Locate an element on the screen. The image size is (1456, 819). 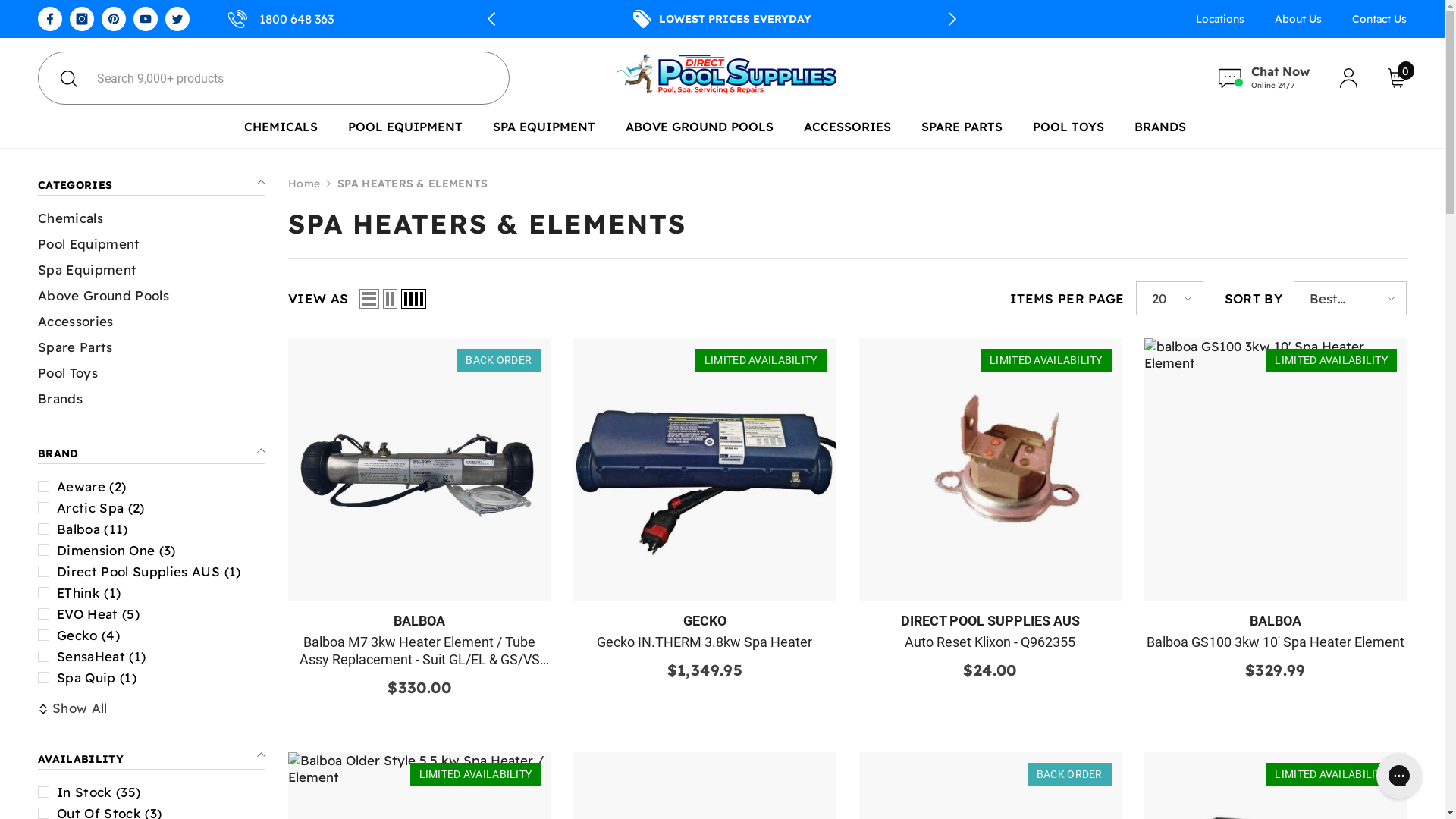
'Pinterest' is located at coordinates (112, 18).